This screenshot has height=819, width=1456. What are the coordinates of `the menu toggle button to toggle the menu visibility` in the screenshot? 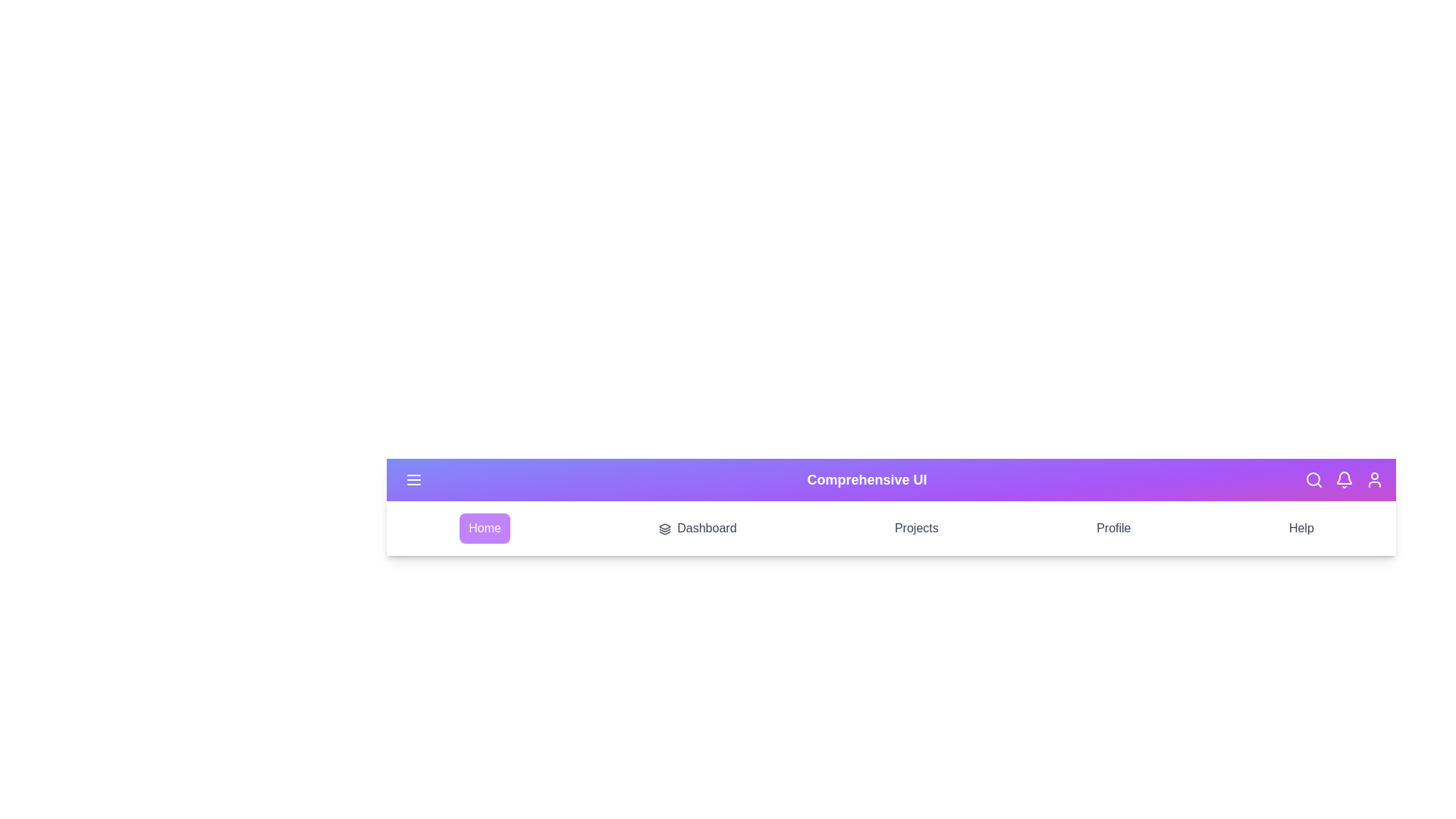 It's located at (414, 479).